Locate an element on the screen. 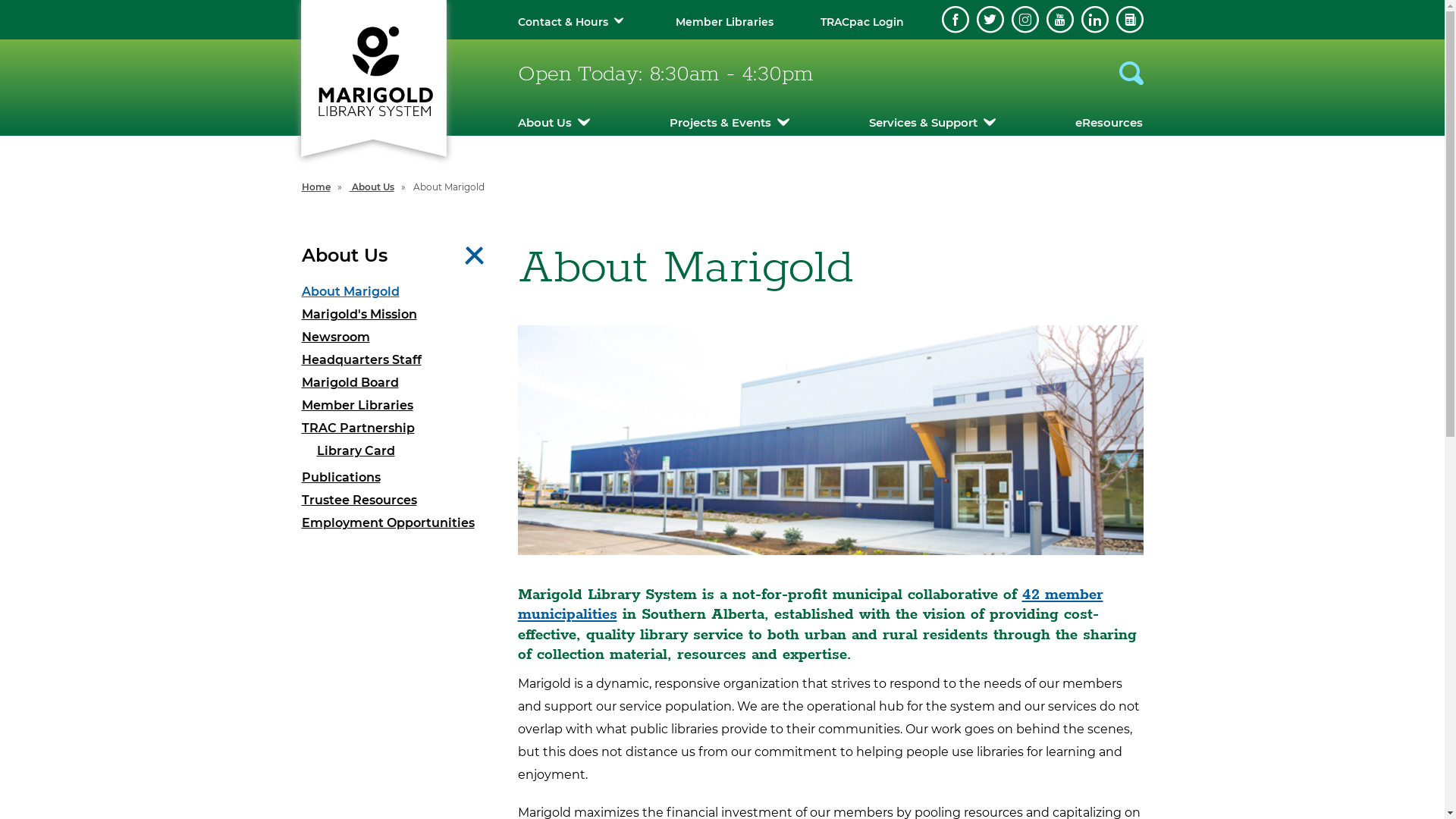 The height and width of the screenshot is (819, 1456). 'Publications' is located at coordinates (398, 476).